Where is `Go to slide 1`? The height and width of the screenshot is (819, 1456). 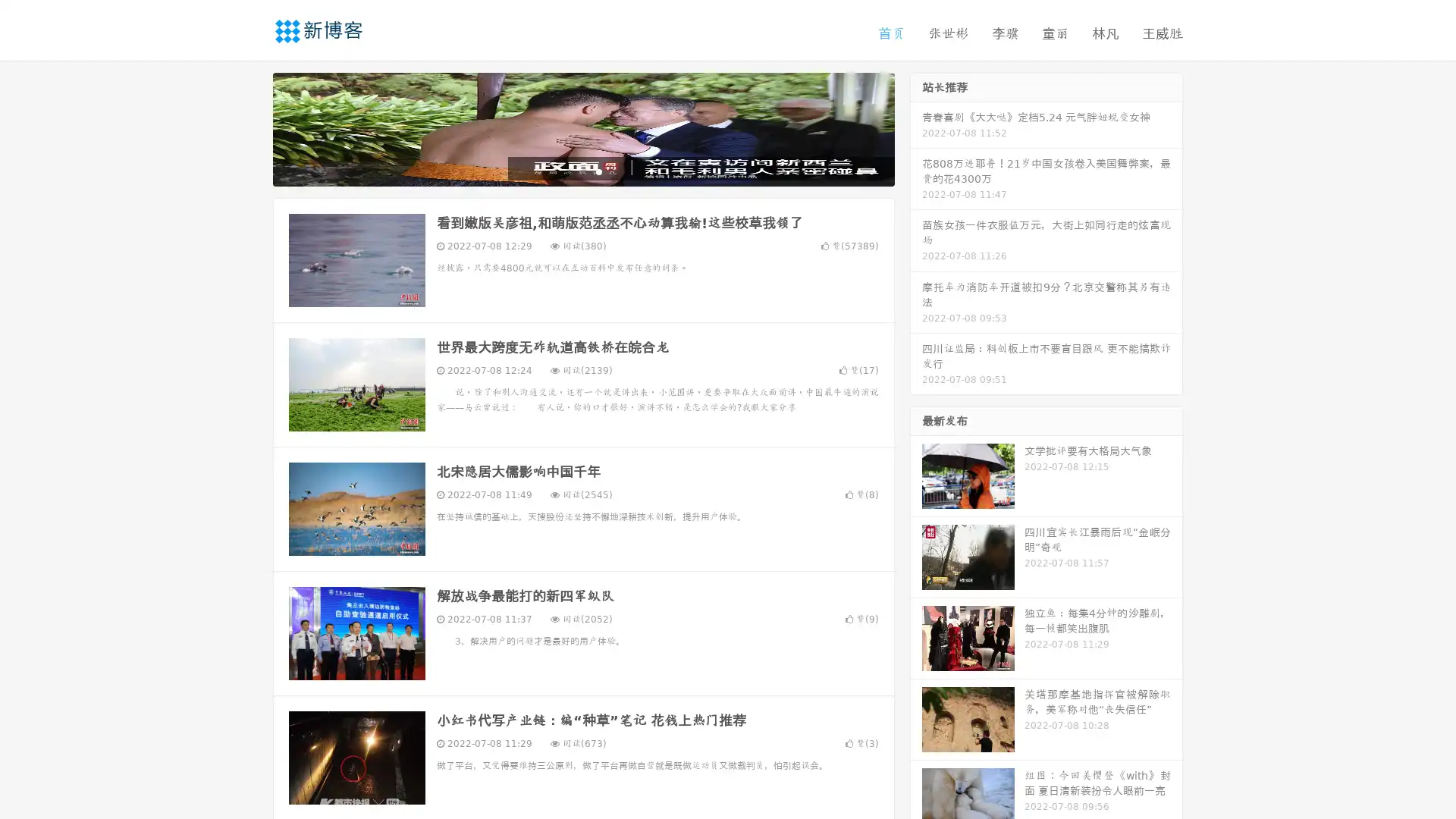
Go to slide 1 is located at coordinates (567, 171).